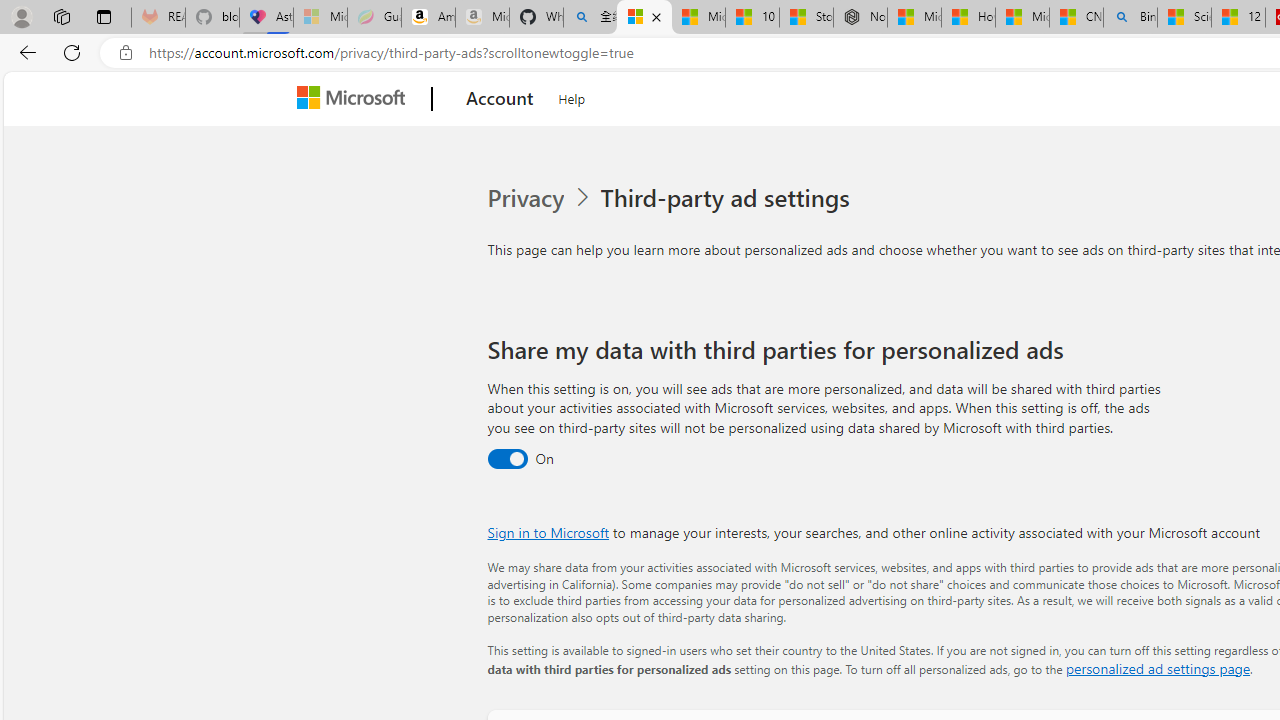 Image resolution: width=1280 pixels, height=720 pixels. What do you see at coordinates (860, 17) in the screenshot?
I see `'Nordace - Nordace Siena Is Not An Ordinary Backpack'` at bounding box center [860, 17].